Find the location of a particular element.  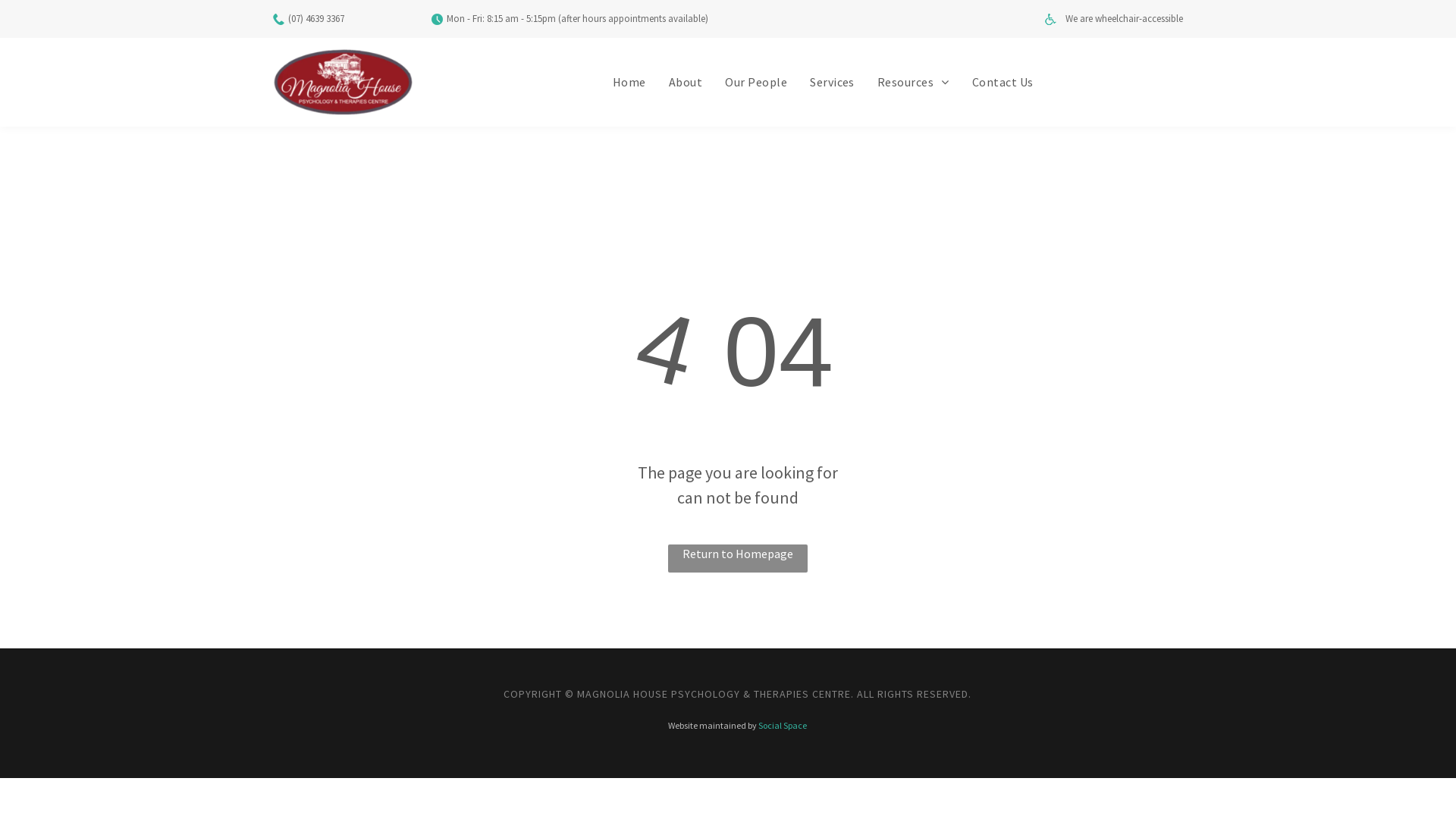

'About' is located at coordinates (684, 82).